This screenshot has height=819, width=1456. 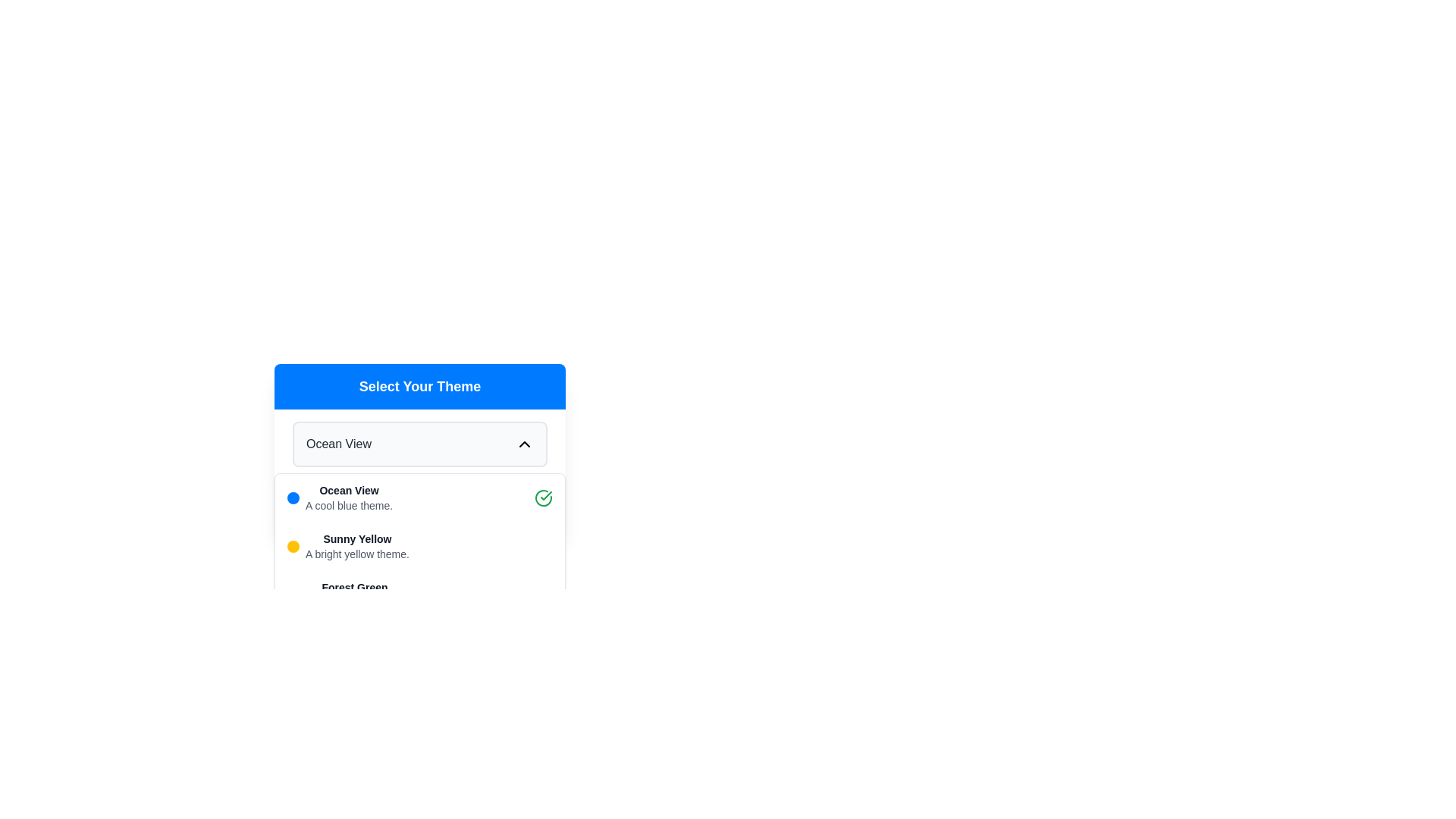 What do you see at coordinates (419, 547) in the screenshot?
I see `the 'Sunny Yellow' theme option in the theme selection dropdown menu` at bounding box center [419, 547].